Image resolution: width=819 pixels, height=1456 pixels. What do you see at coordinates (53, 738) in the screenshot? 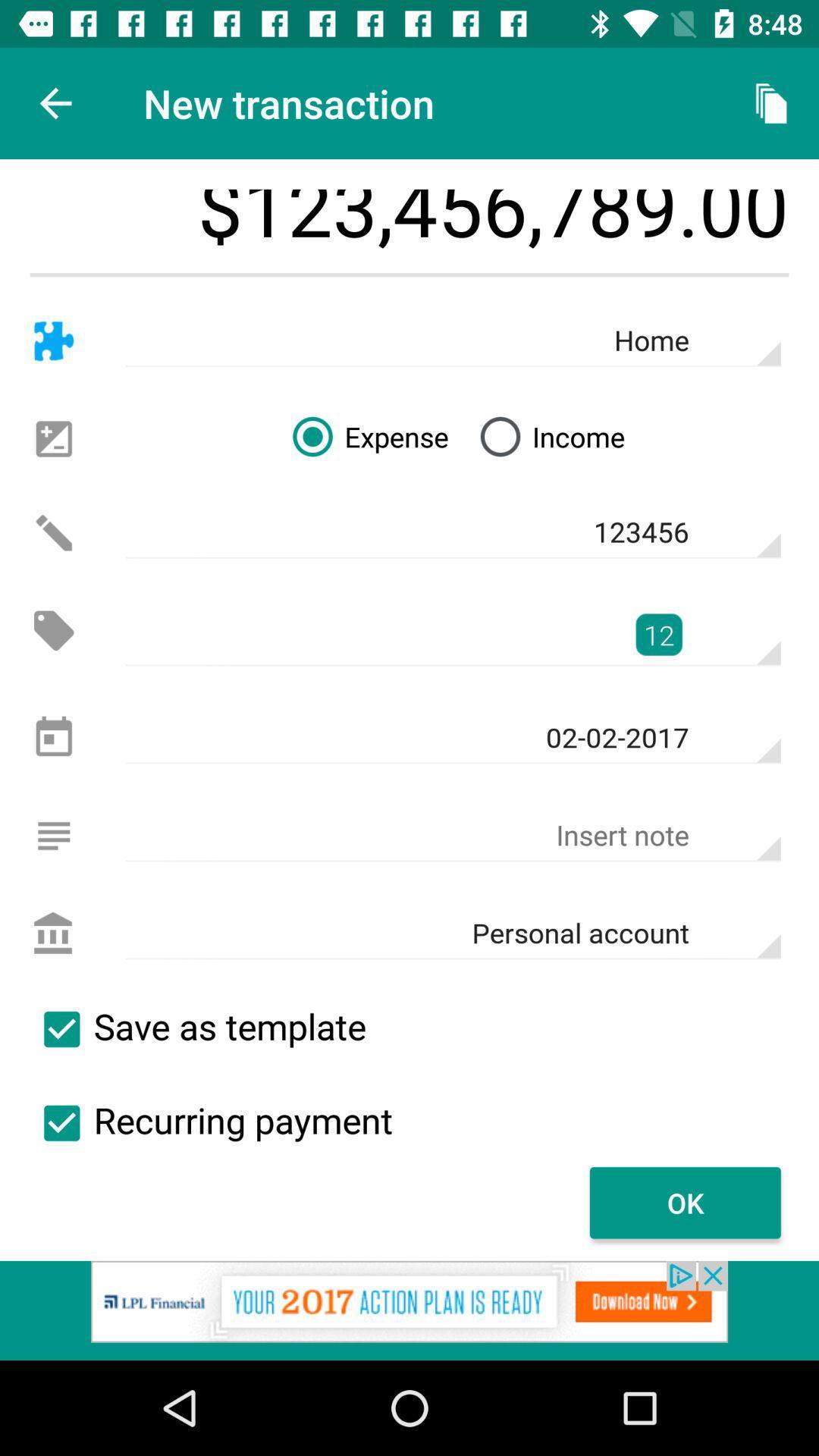
I see `the date_range icon` at bounding box center [53, 738].